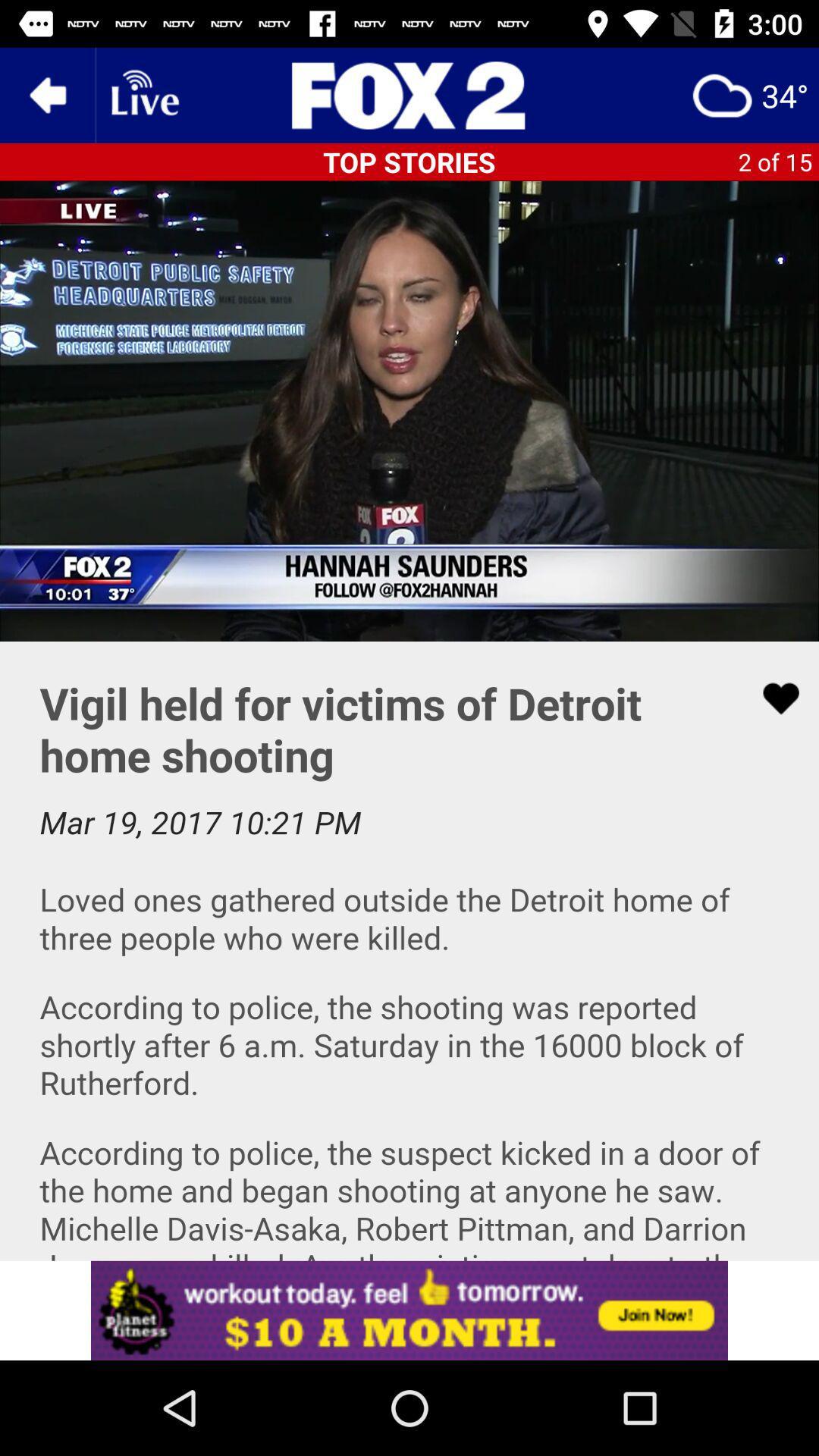 The height and width of the screenshot is (1456, 819). Describe the element at coordinates (409, 1310) in the screenshot. I see `advertisement` at that location.